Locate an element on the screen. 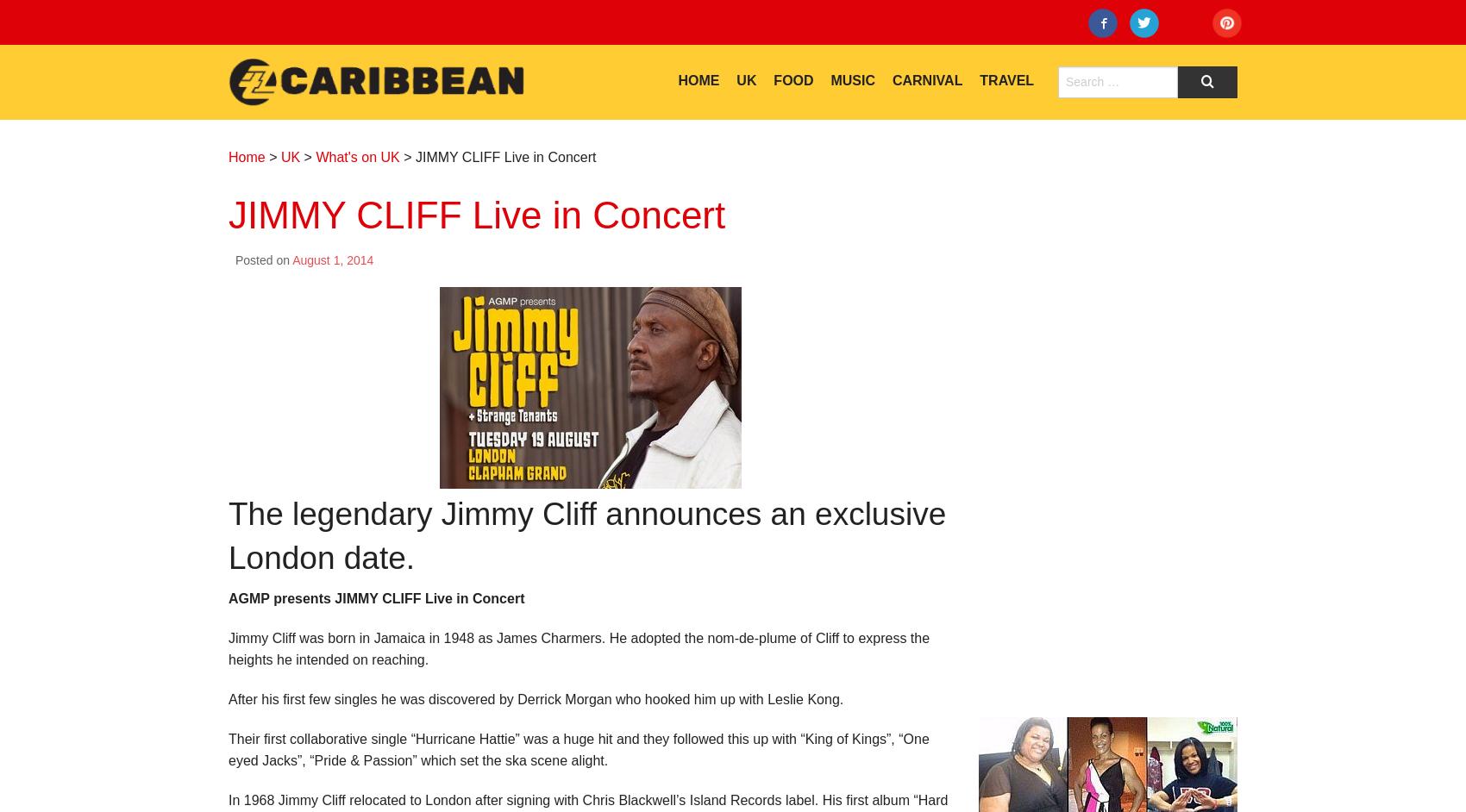 This screenshot has width=1466, height=812. 'Carnival' is located at coordinates (927, 79).